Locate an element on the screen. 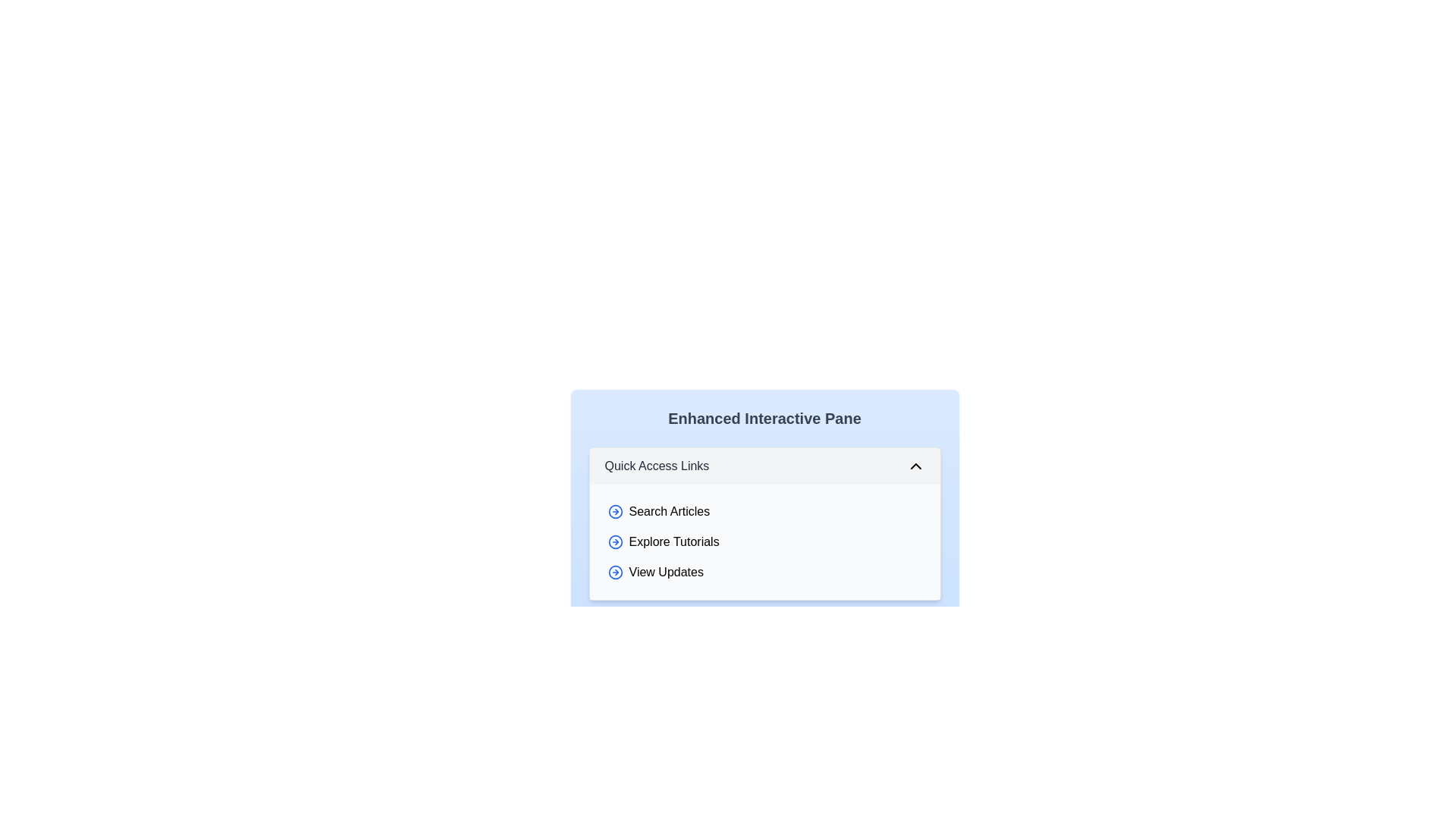 Image resolution: width=1456 pixels, height=819 pixels. the icon associated with the list item Explore Tutorials is located at coordinates (615, 541).